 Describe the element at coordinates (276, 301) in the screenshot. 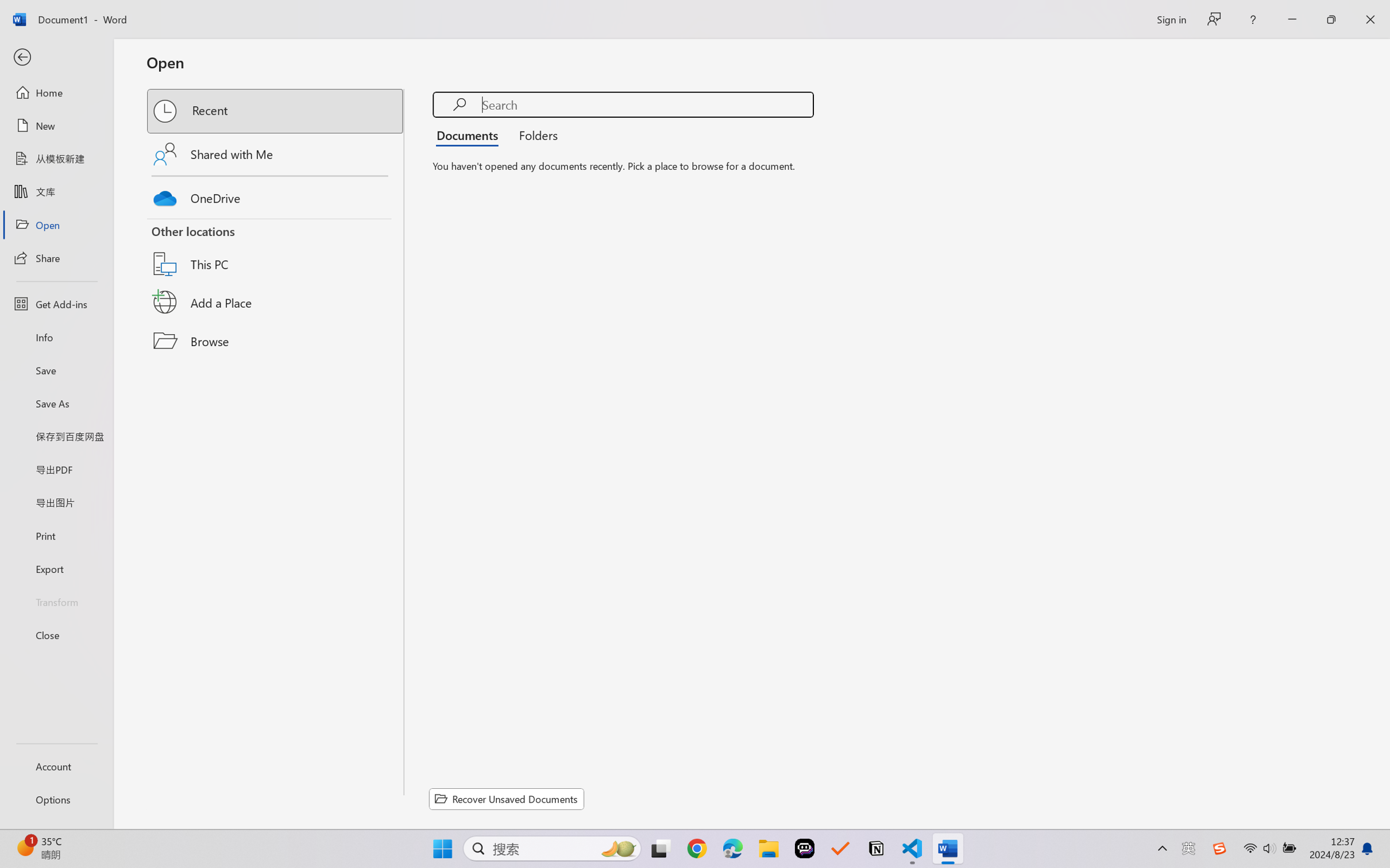

I see `'Add a Place'` at that location.